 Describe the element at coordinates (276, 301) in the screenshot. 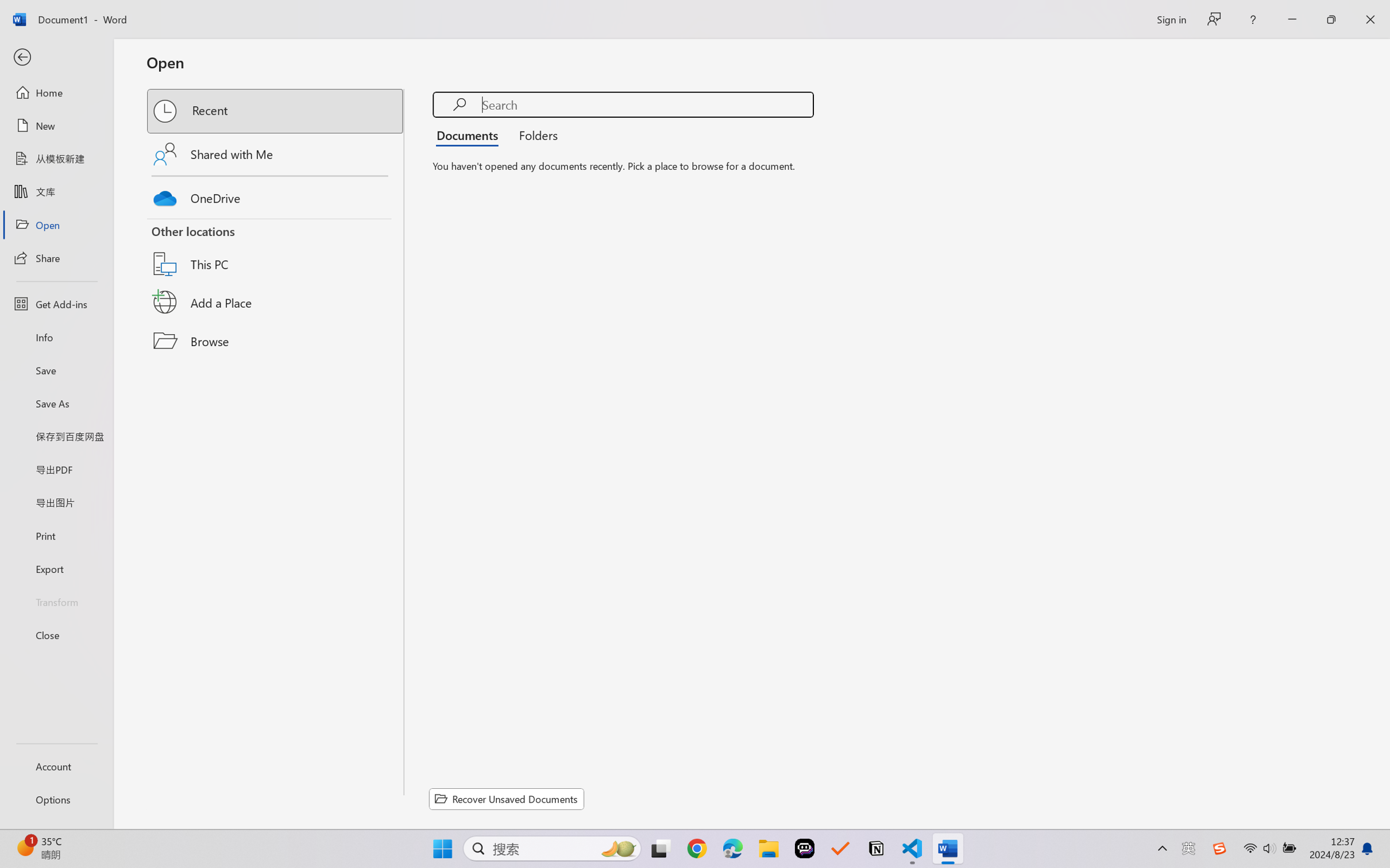

I see `'Add a Place'` at that location.